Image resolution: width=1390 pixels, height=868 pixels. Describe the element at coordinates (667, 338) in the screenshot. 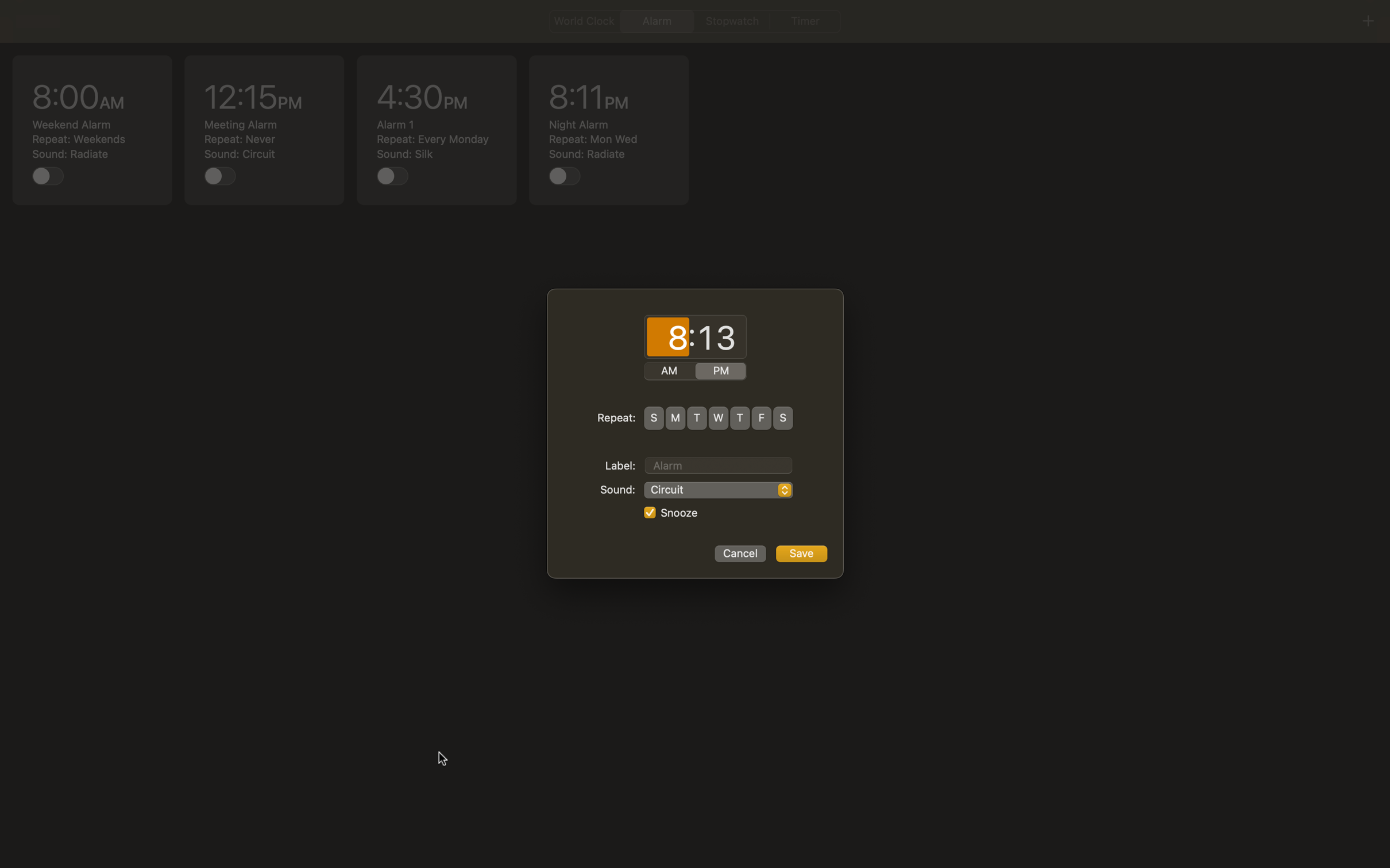

I see `the hourly duration to 8` at that location.